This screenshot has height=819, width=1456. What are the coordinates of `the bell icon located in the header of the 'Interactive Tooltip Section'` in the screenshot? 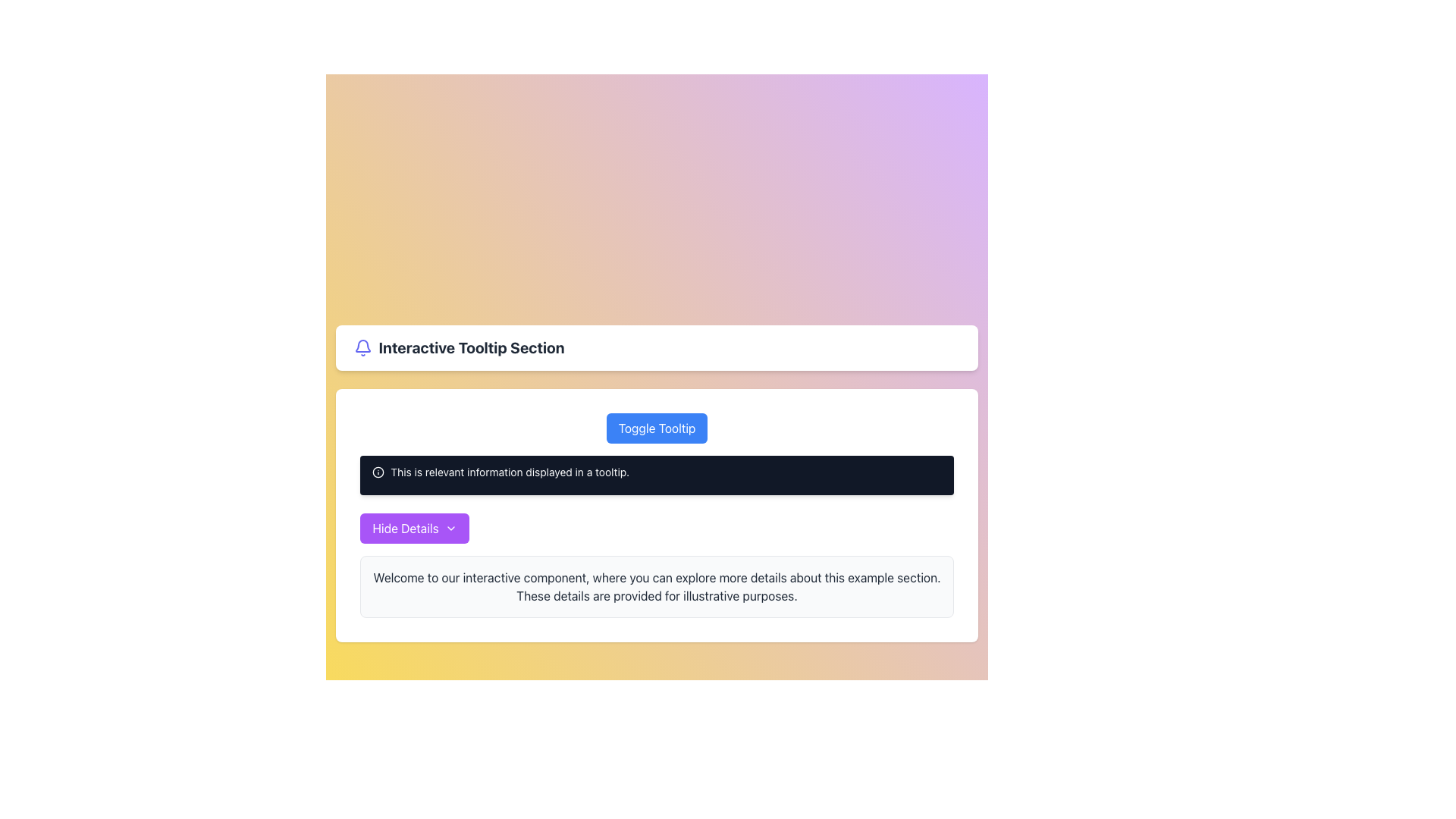 It's located at (362, 348).